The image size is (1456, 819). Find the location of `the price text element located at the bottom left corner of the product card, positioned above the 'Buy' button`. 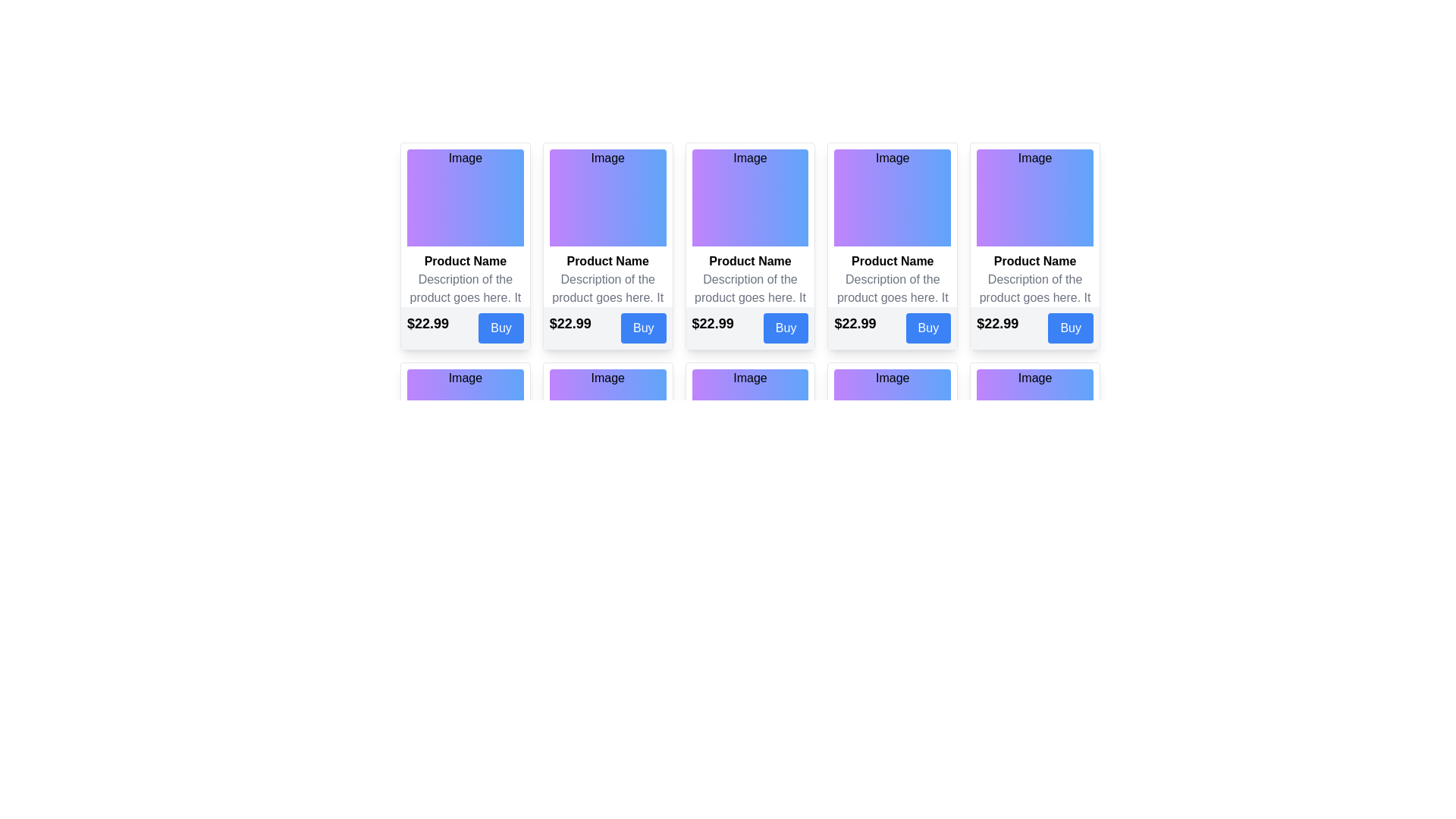

the price text element located at the bottom left corner of the product card, positioned above the 'Buy' button is located at coordinates (997, 327).